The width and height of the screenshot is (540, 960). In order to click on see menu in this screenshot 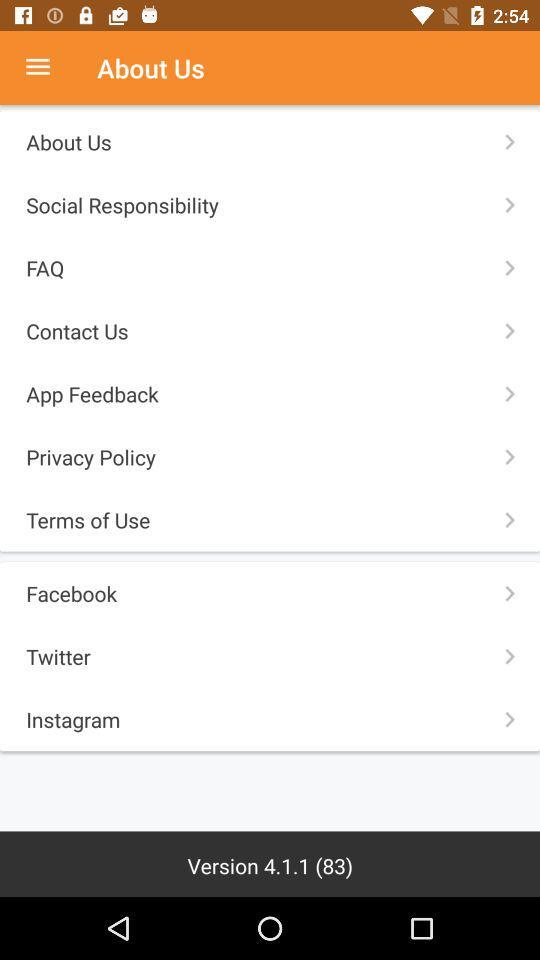, I will do `click(48, 68)`.